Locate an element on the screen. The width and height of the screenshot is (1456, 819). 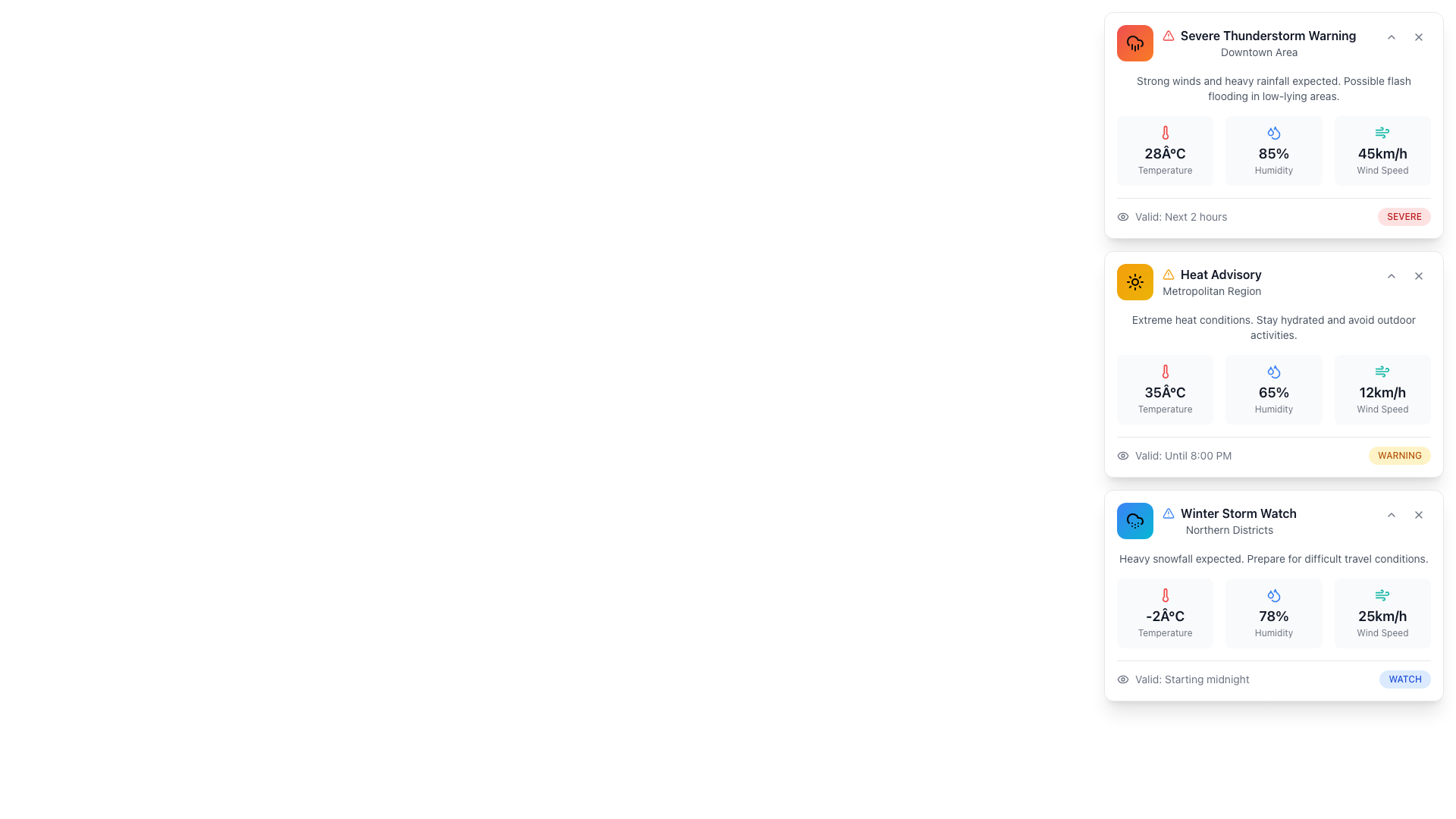
the group of interactive icons (minimize and close buttons) located at the upper right corner of the 'Winter Storm Watch' card is located at coordinates (1404, 513).